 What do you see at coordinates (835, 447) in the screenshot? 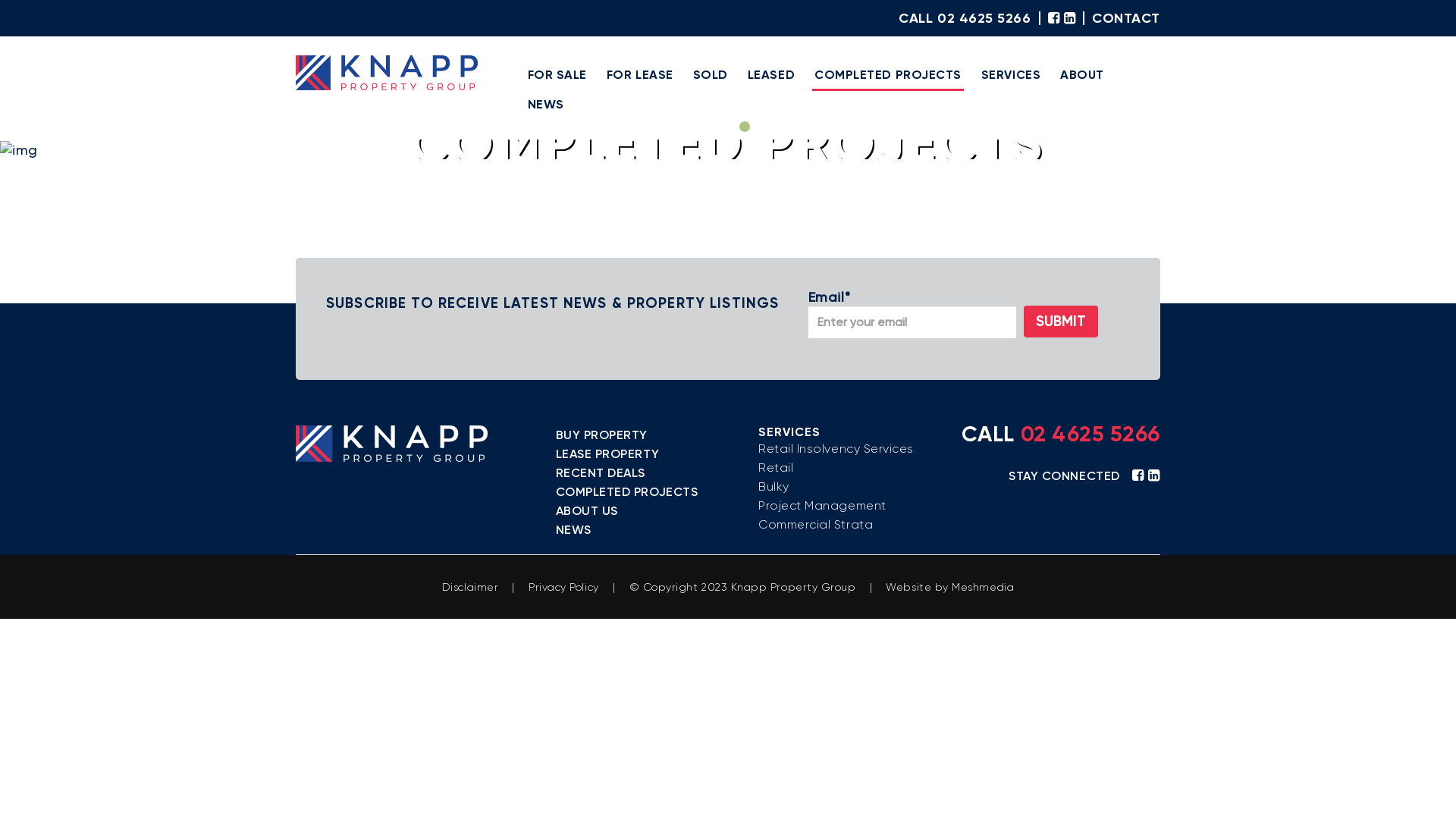
I see `'Retail Insolvency Services'` at bounding box center [835, 447].